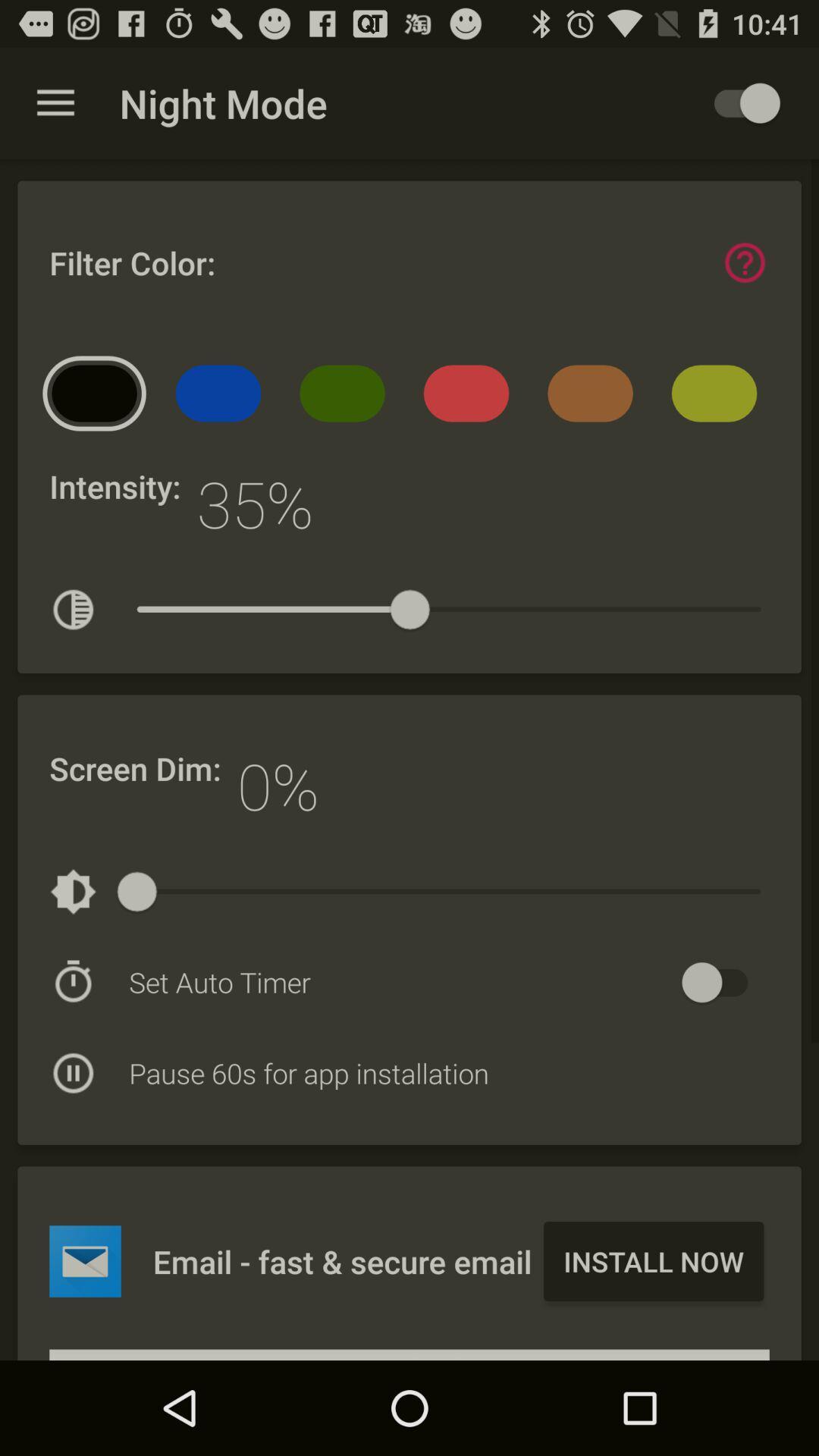 Image resolution: width=819 pixels, height=1456 pixels. I want to click on get help, so click(744, 262).